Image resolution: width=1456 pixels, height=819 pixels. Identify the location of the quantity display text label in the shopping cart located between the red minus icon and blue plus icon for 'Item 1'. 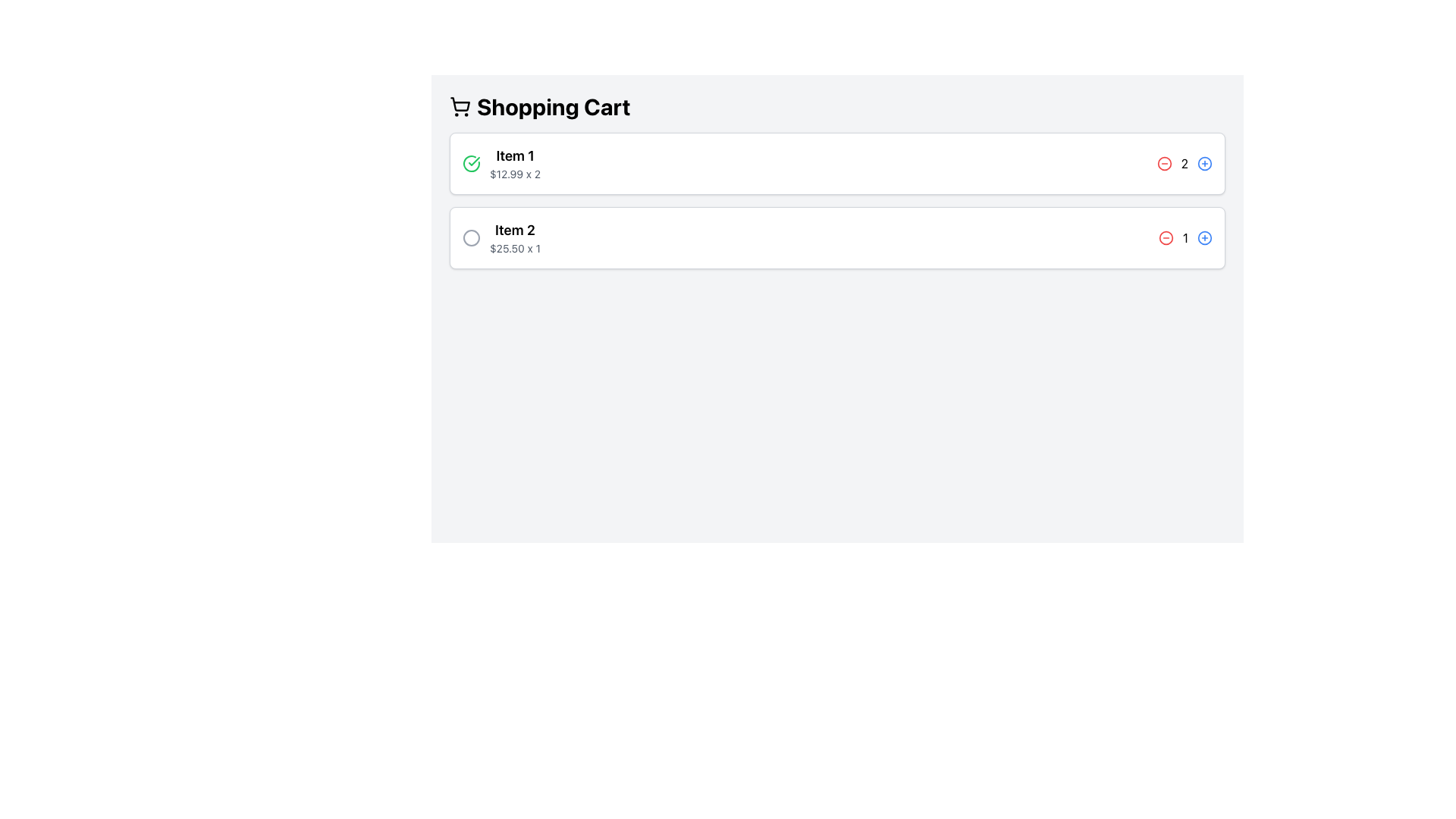
(1184, 164).